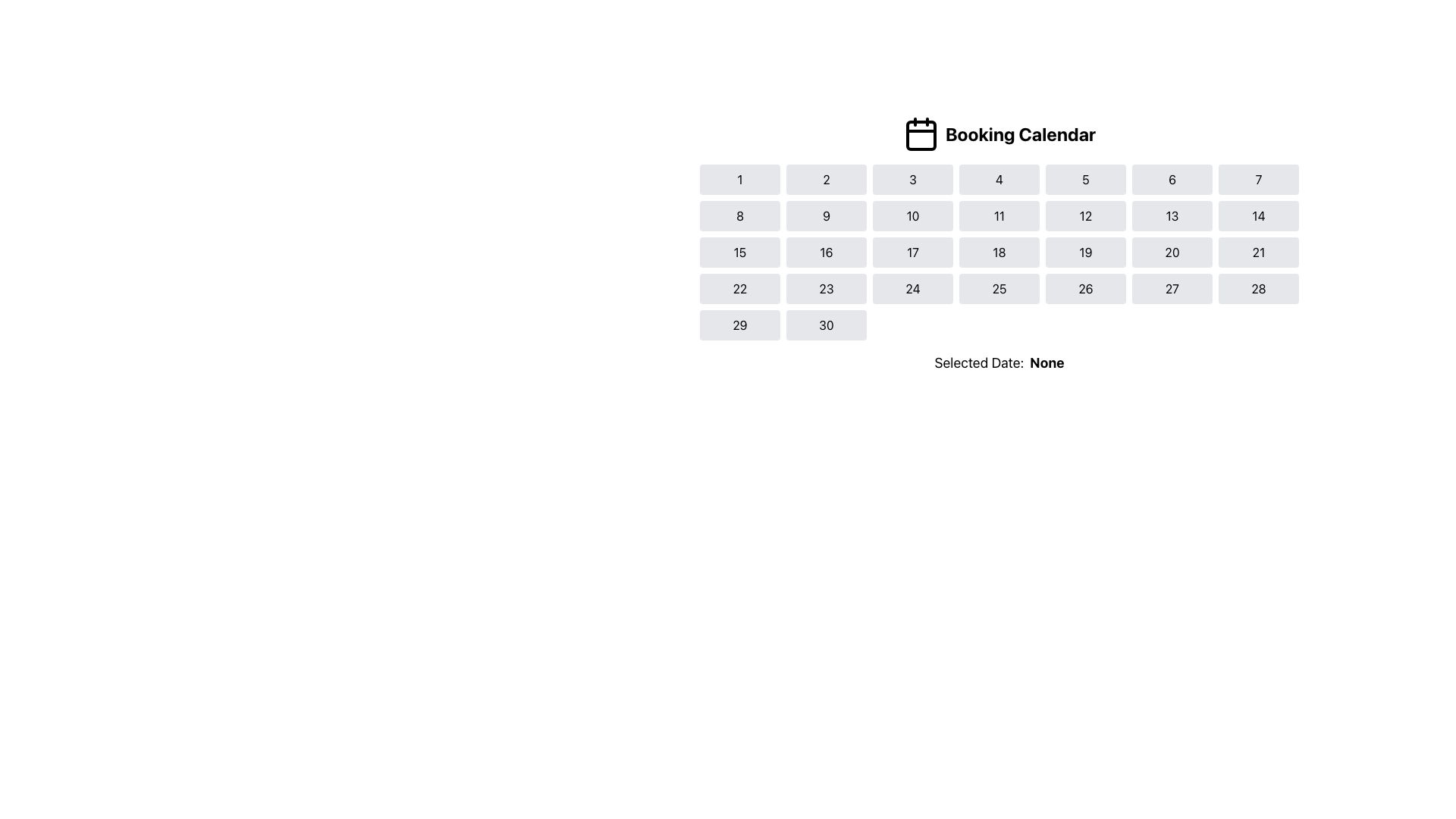 This screenshot has width=1456, height=819. Describe the element at coordinates (1084, 178) in the screenshot. I see `the button representing the number '5' in the booking calendar interface` at that location.